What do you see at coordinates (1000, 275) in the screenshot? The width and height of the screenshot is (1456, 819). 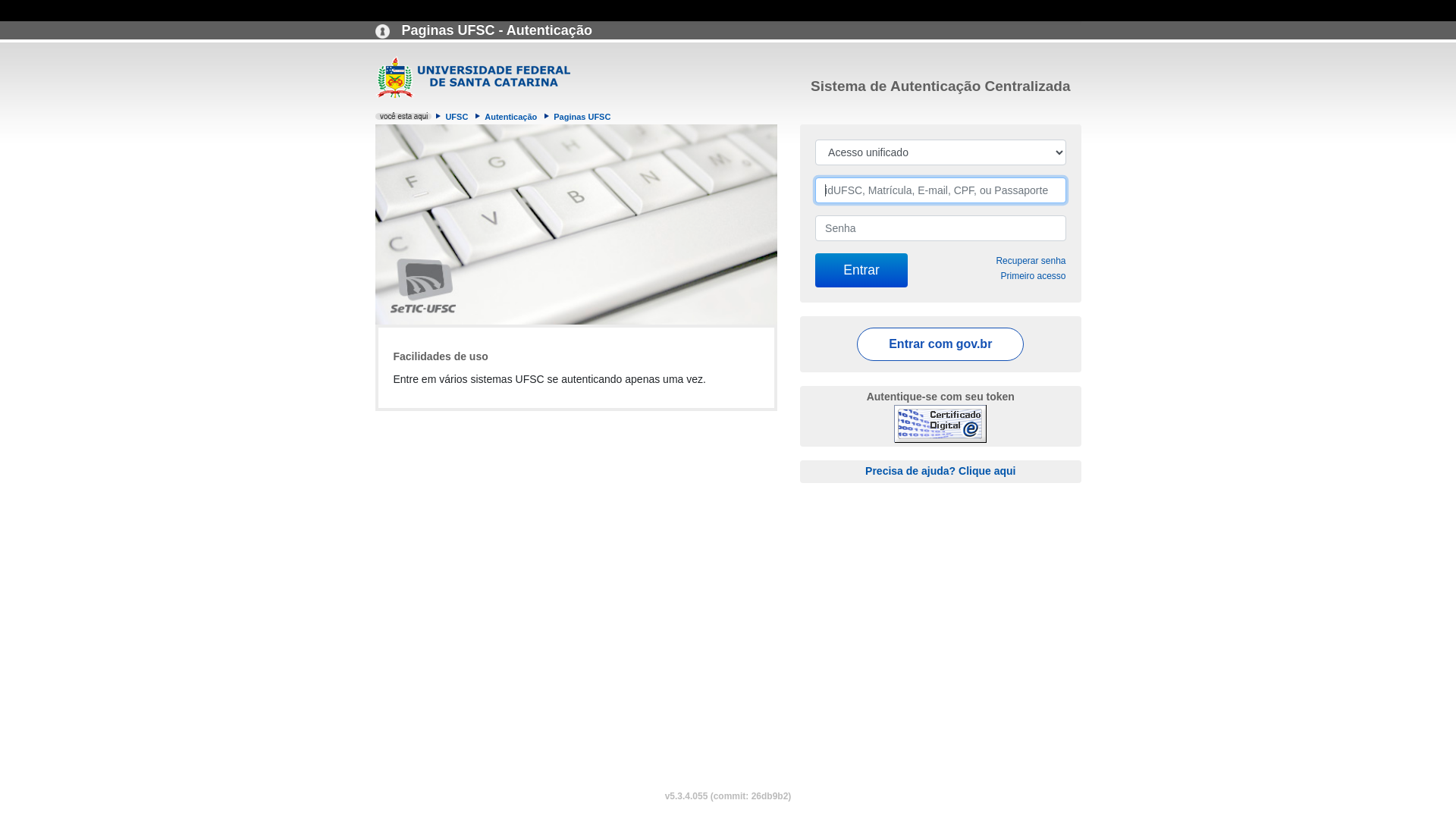 I see `'Primeiro acesso'` at bounding box center [1000, 275].